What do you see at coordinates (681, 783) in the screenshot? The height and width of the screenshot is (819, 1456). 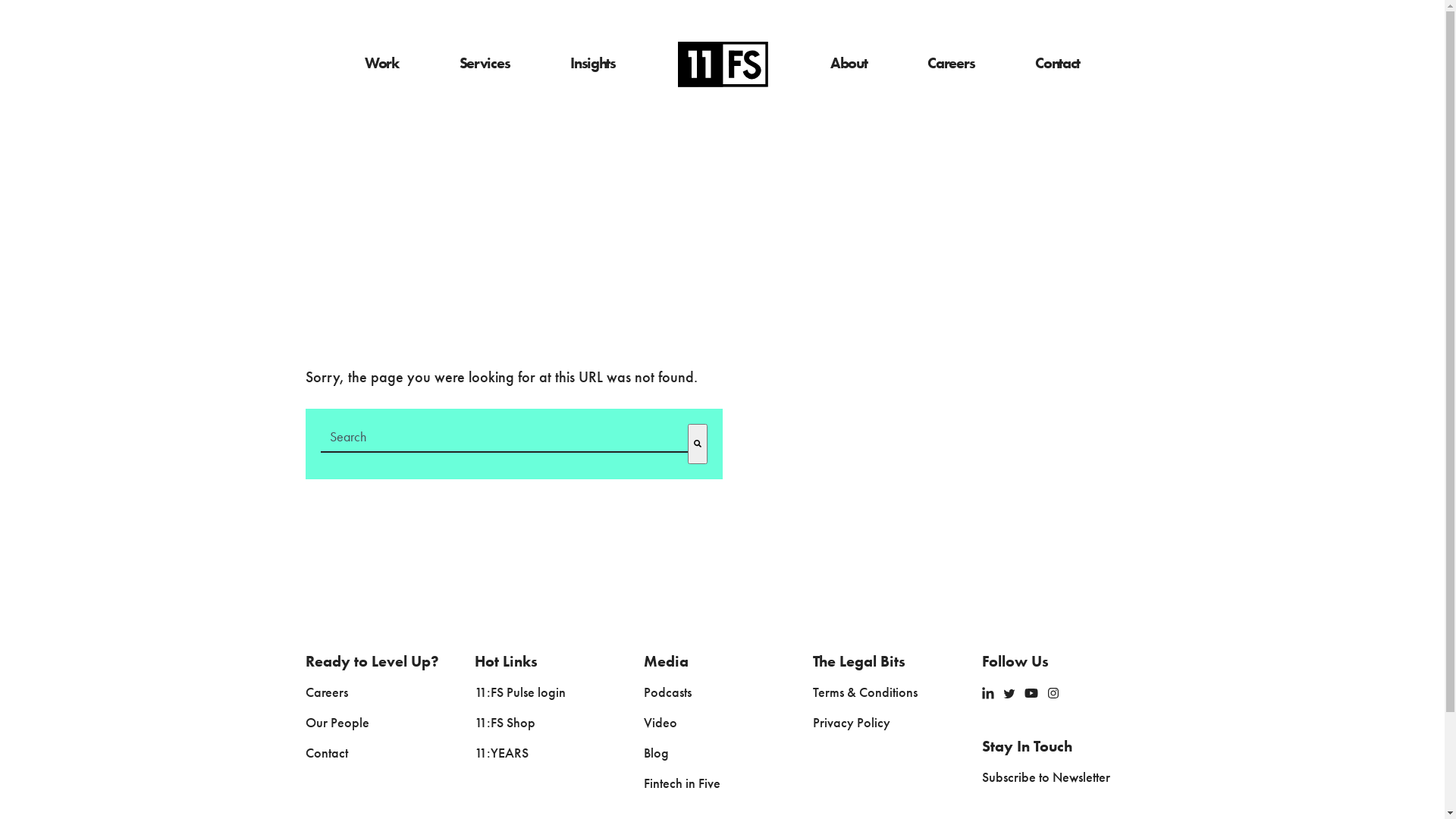 I see `'Fintech in Five'` at bounding box center [681, 783].